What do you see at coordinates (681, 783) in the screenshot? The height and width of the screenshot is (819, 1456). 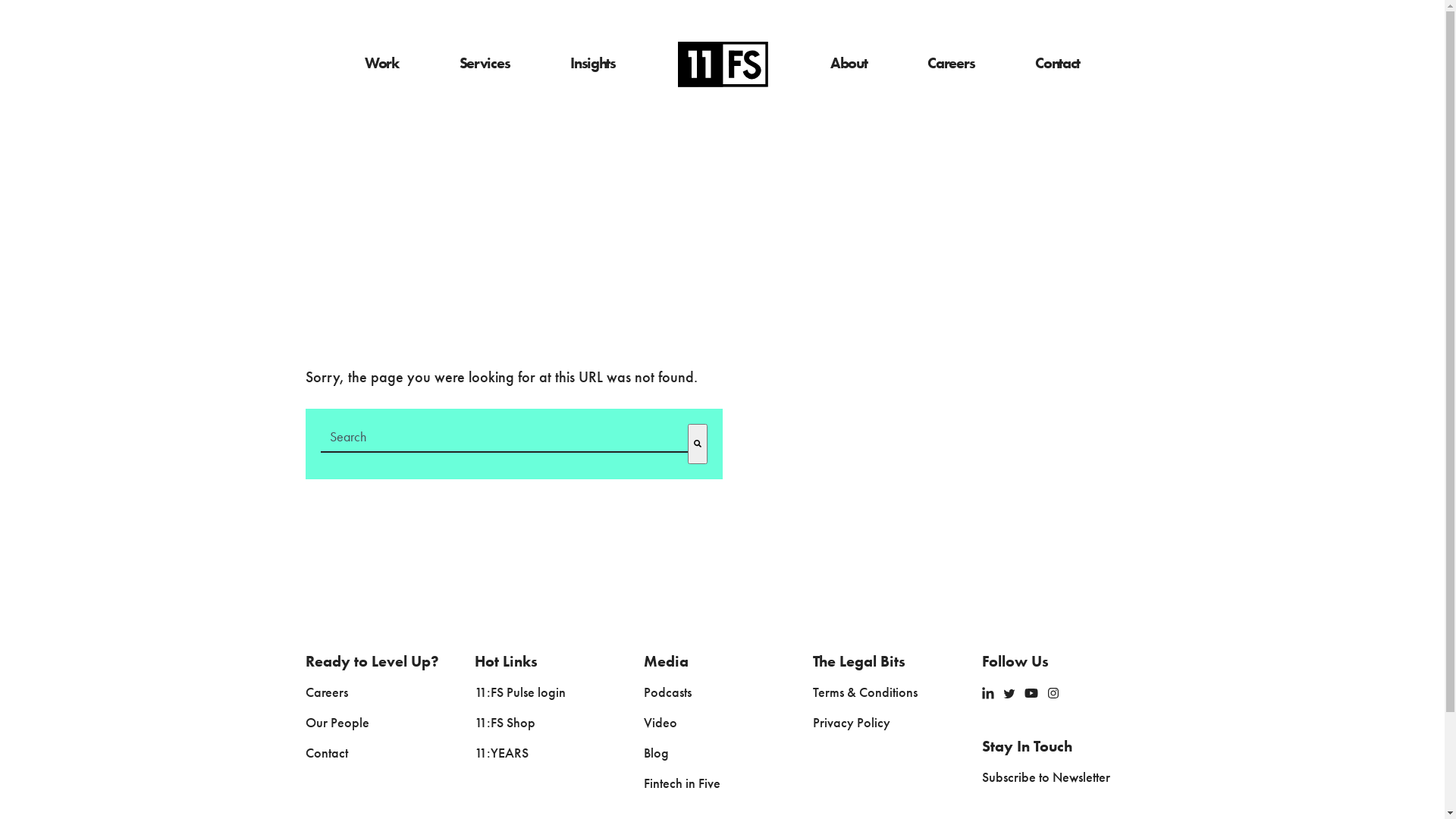 I see `'Fintech in Five'` at bounding box center [681, 783].